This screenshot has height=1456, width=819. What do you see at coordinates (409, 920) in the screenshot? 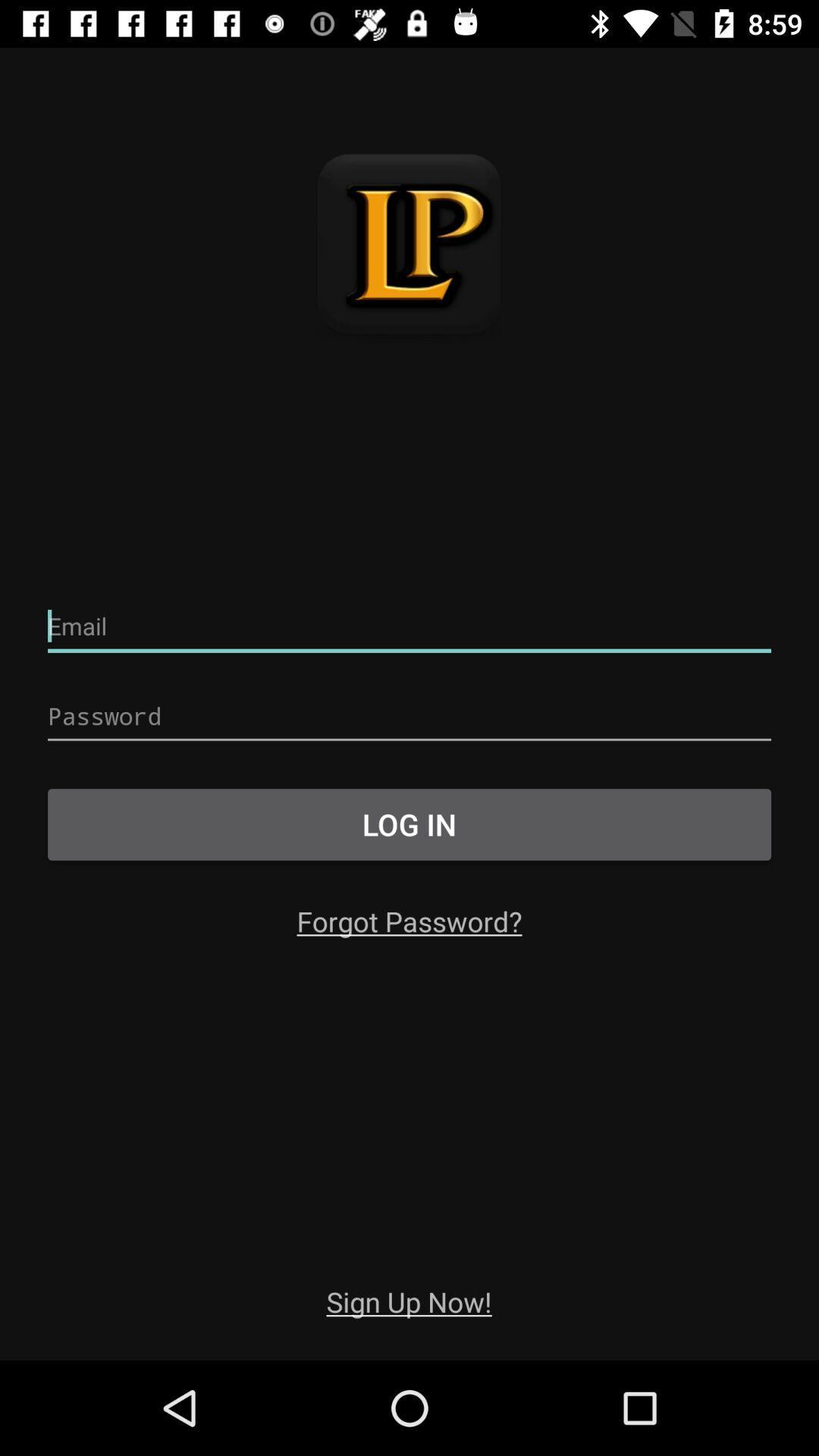
I see `the item below log in item` at bounding box center [409, 920].